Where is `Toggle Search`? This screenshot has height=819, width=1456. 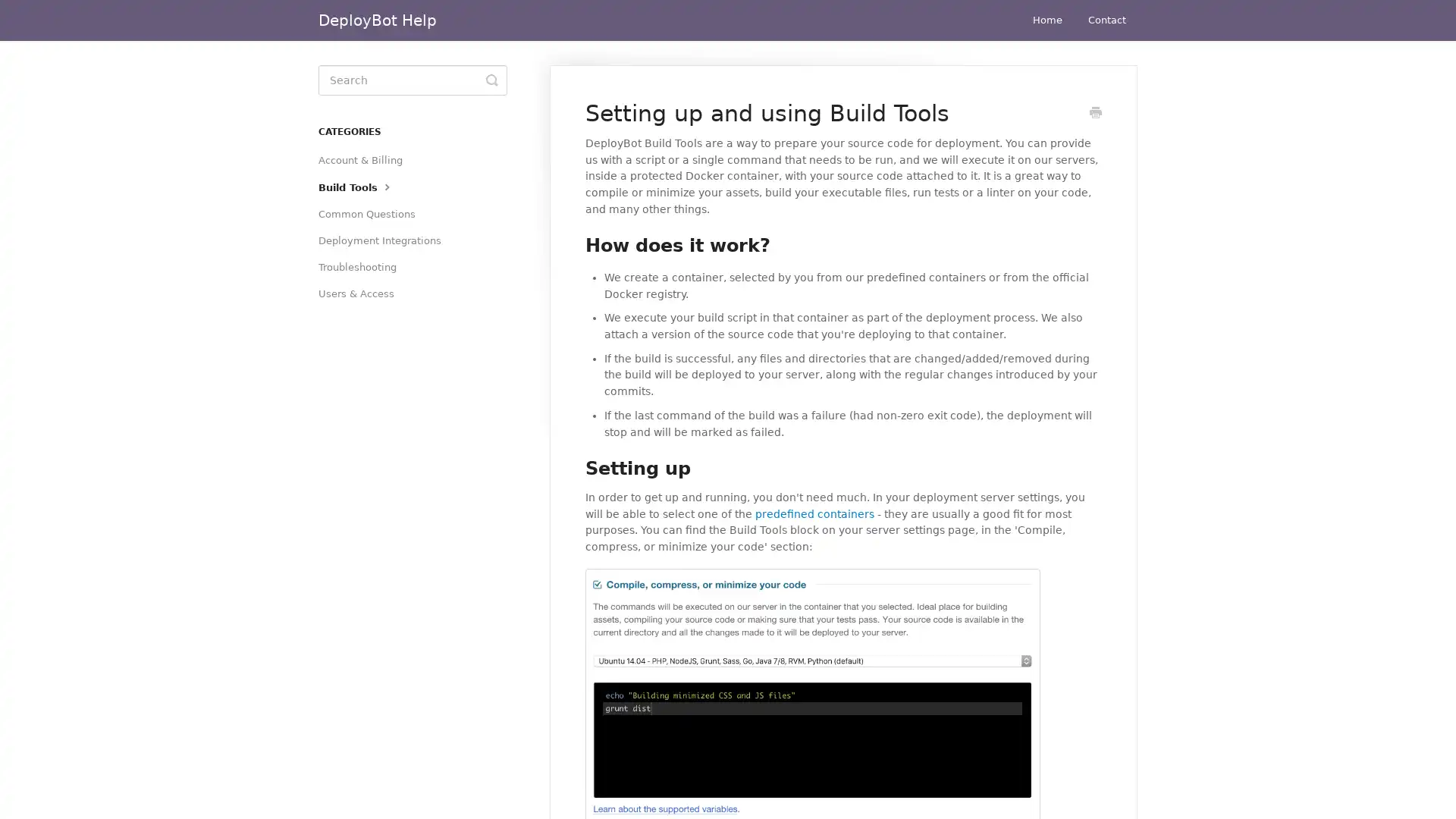 Toggle Search is located at coordinates (491, 80).